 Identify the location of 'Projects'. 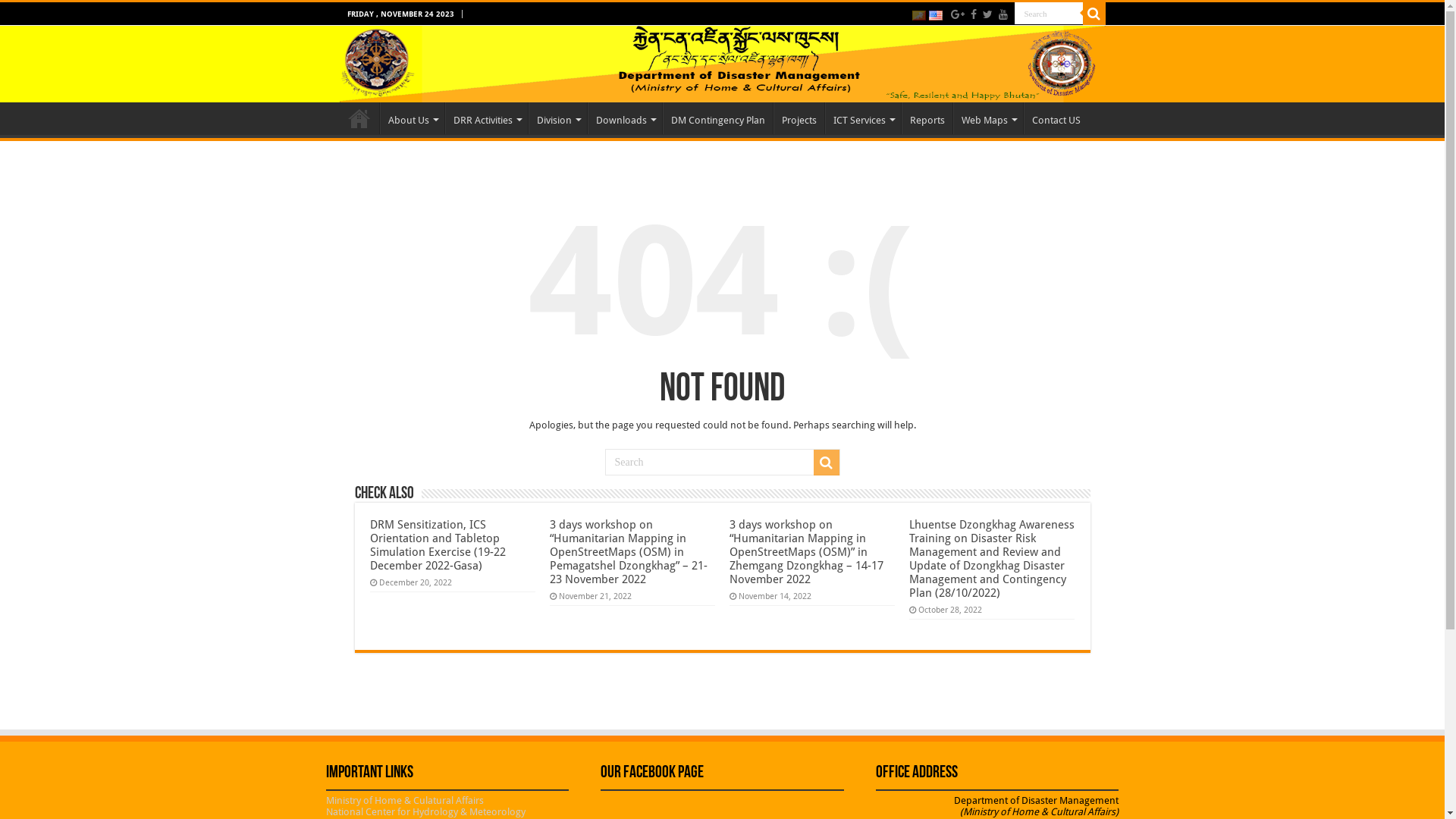
(798, 117).